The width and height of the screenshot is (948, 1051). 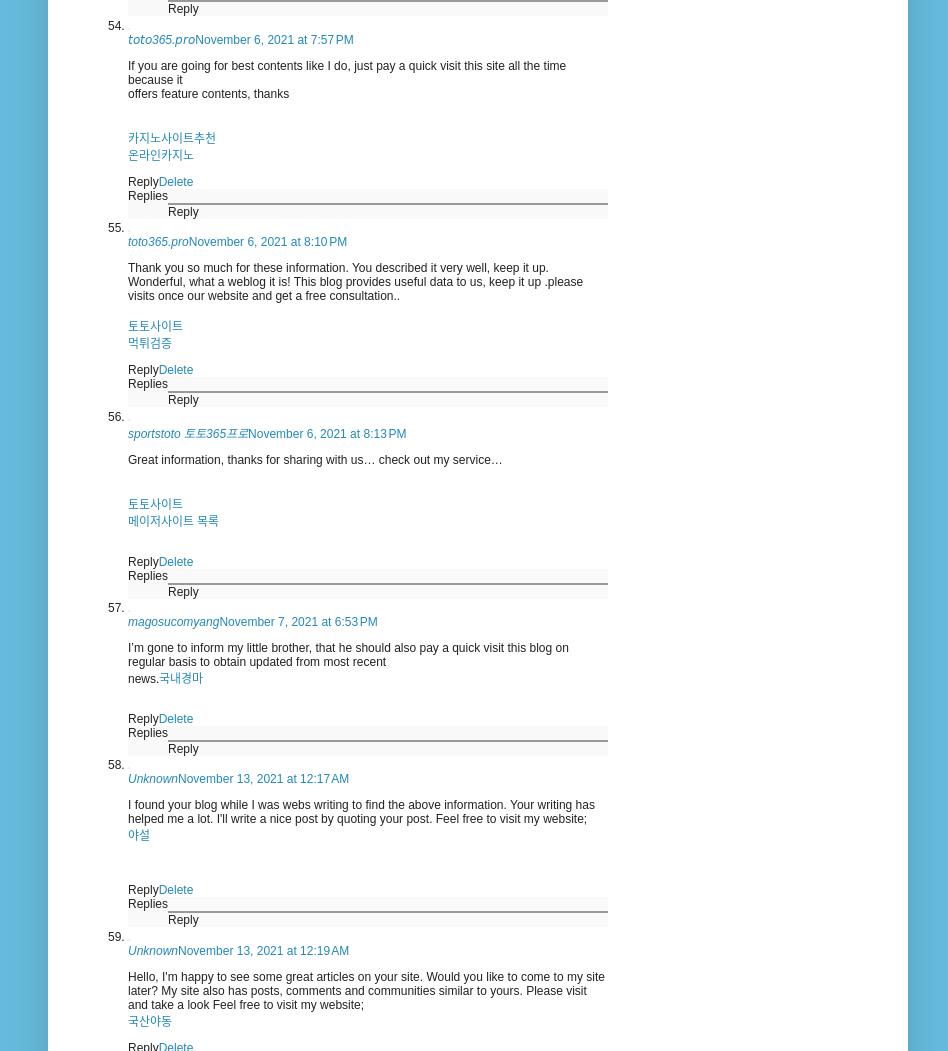 What do you see at coordinates (359, 812) in the screenshot?
I see `'I found your blog while I was webs writing to find the above information. Your writing has helped me a lot. I'll write a nice post by quoting your post.  Feel free to visit my website;'` at bounding box center [359, 812].